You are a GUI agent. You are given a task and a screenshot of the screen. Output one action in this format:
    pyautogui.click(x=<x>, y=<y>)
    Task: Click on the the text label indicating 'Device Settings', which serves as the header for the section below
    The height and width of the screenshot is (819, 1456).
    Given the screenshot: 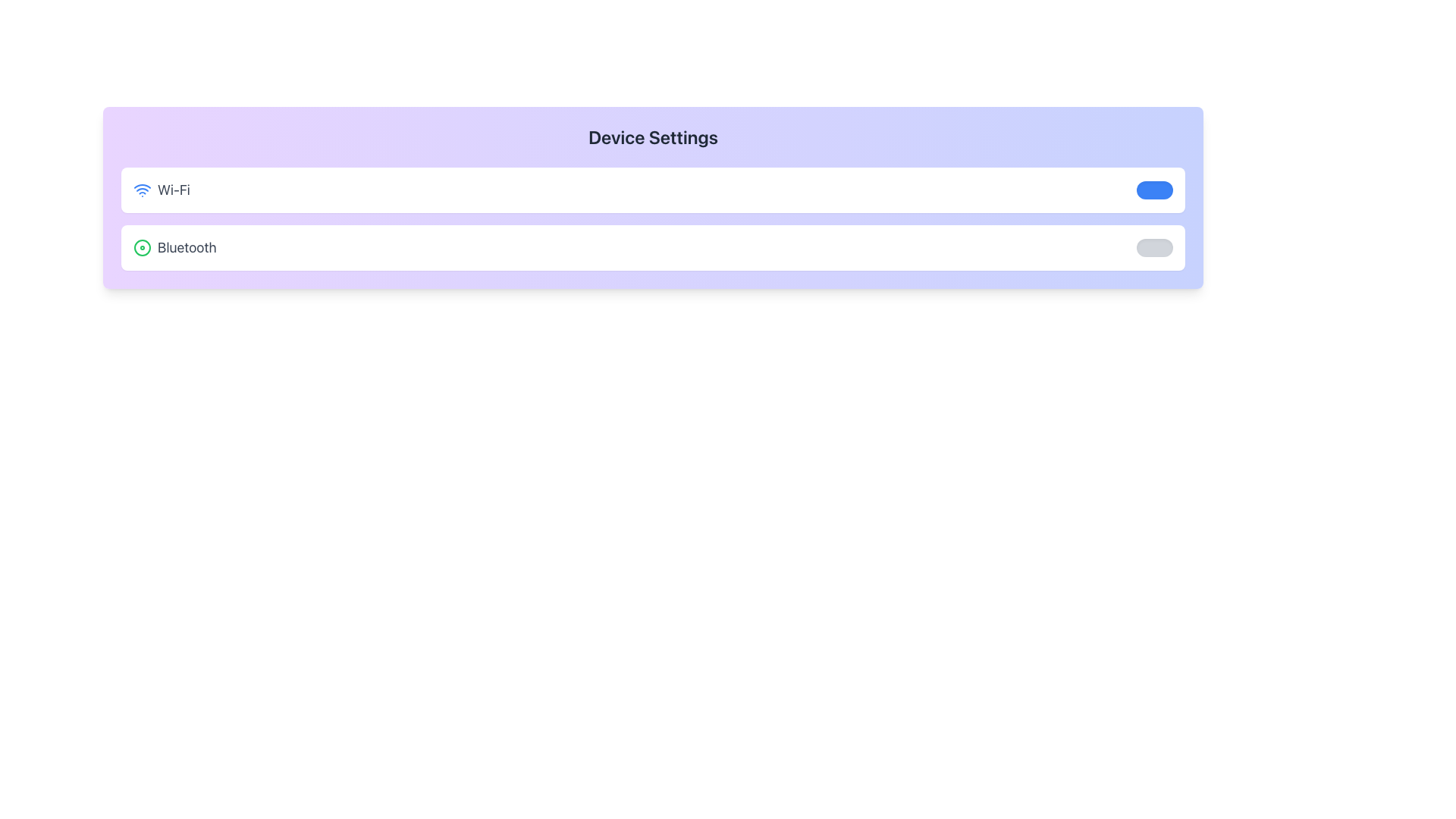 What is the action you would take?
    pyautogui.click(x=653, y=137)
    